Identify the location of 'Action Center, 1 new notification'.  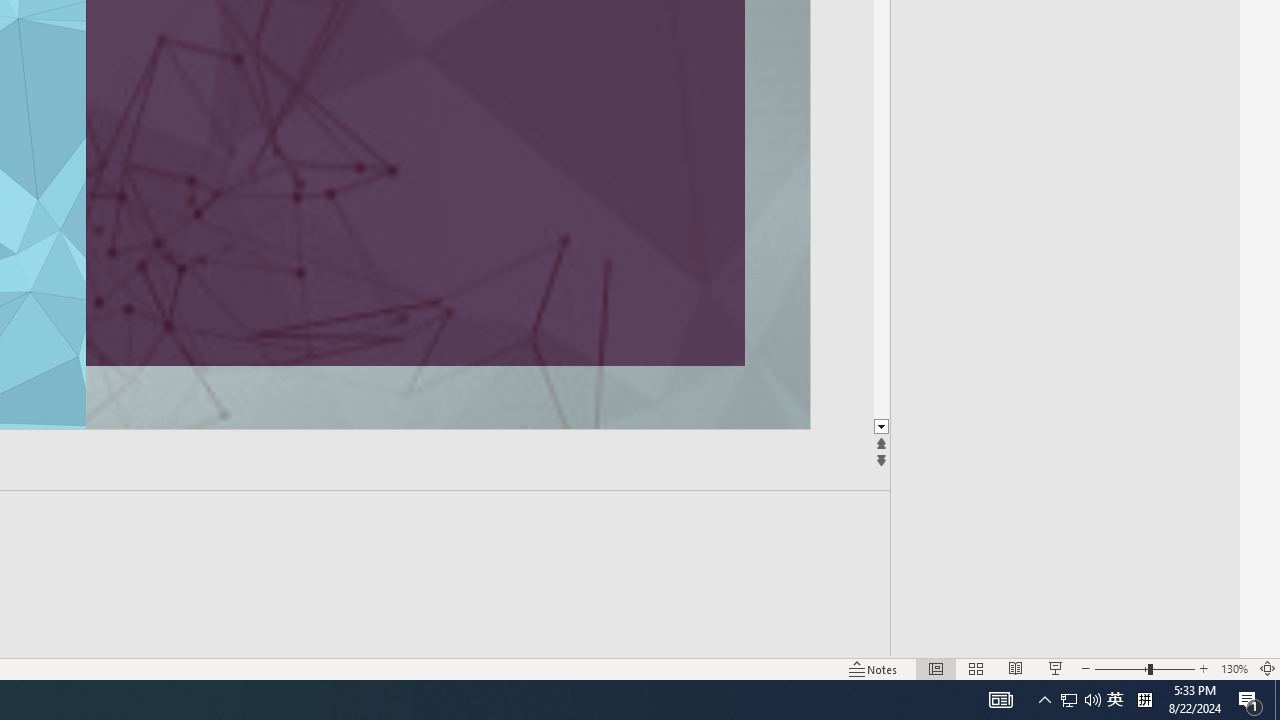
(1250, 698).